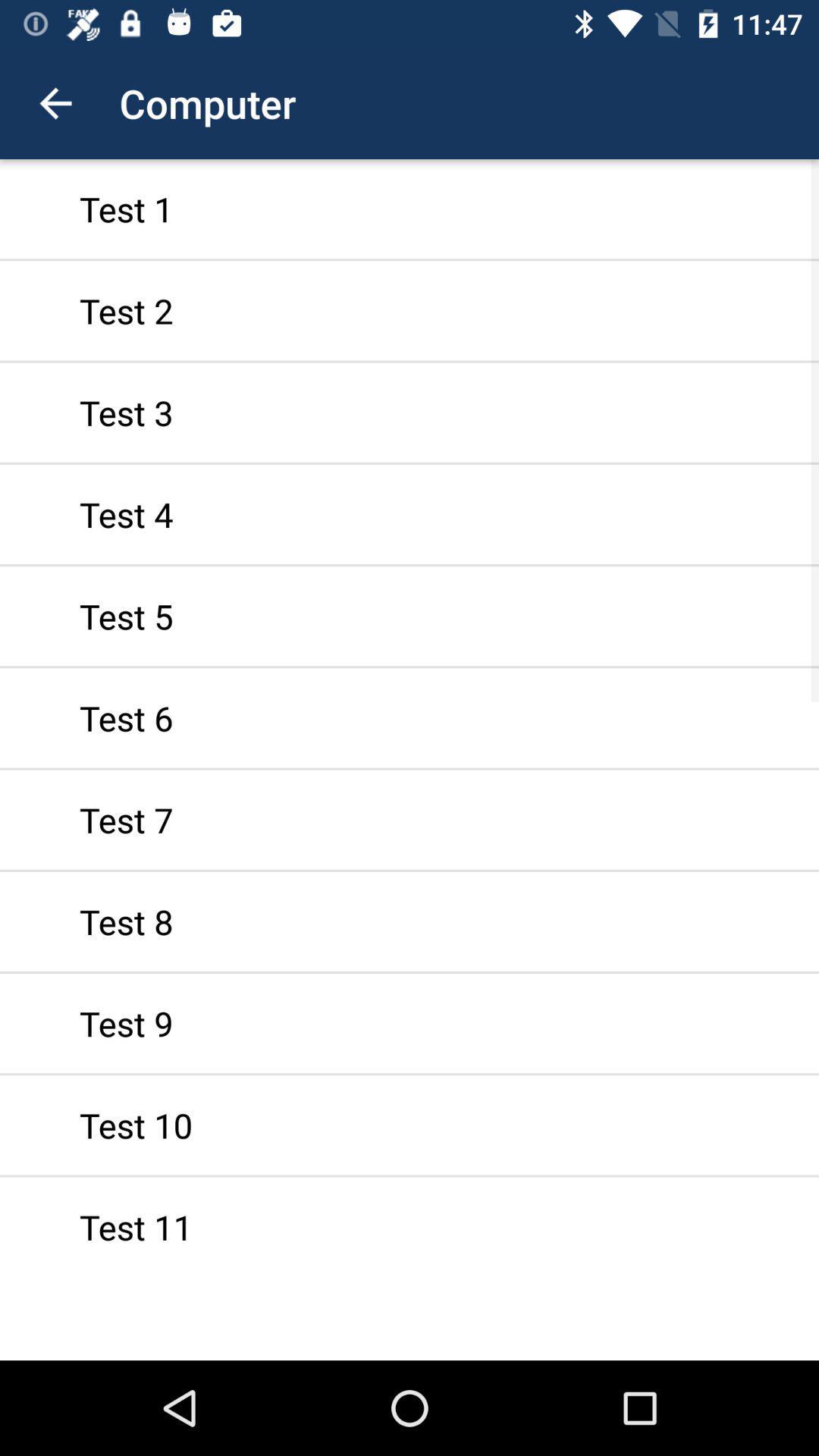 This screenshot has width=819, height=1456. I want to click on icon above the test 11 item, so click(409, 1125).